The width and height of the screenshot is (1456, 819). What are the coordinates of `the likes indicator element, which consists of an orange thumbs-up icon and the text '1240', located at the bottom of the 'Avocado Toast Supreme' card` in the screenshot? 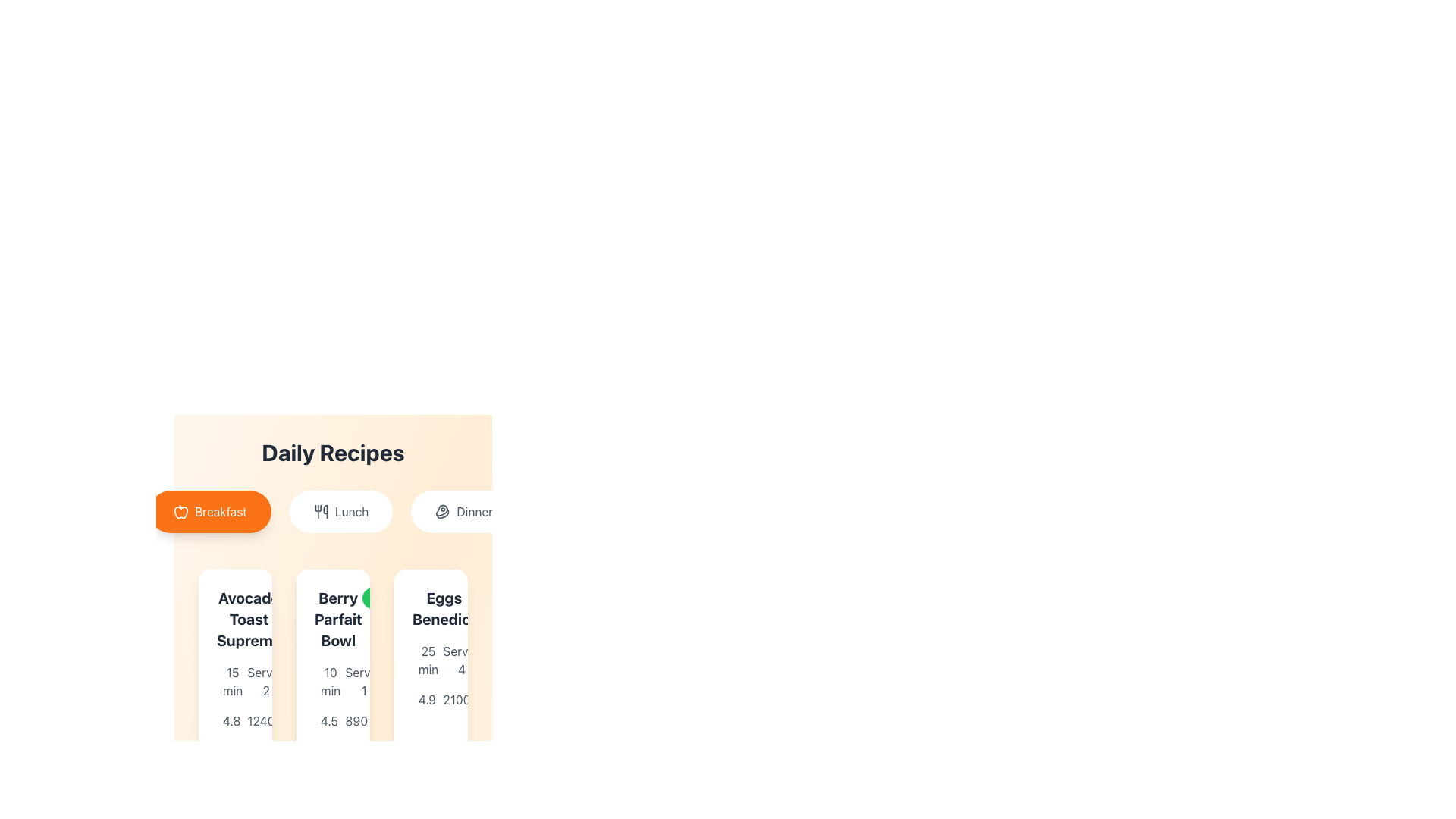 It's located at (247, 720).